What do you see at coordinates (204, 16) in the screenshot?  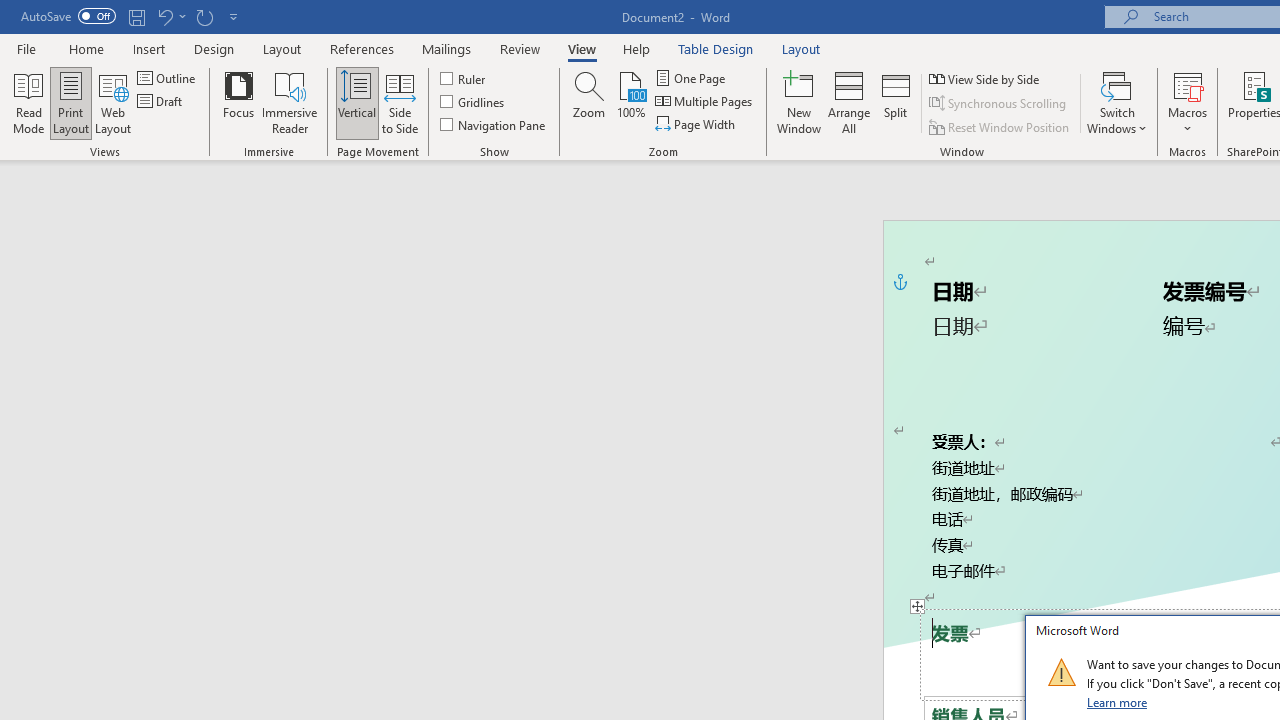 I see `'Repeat Style'` at bounding box center [204, 16].